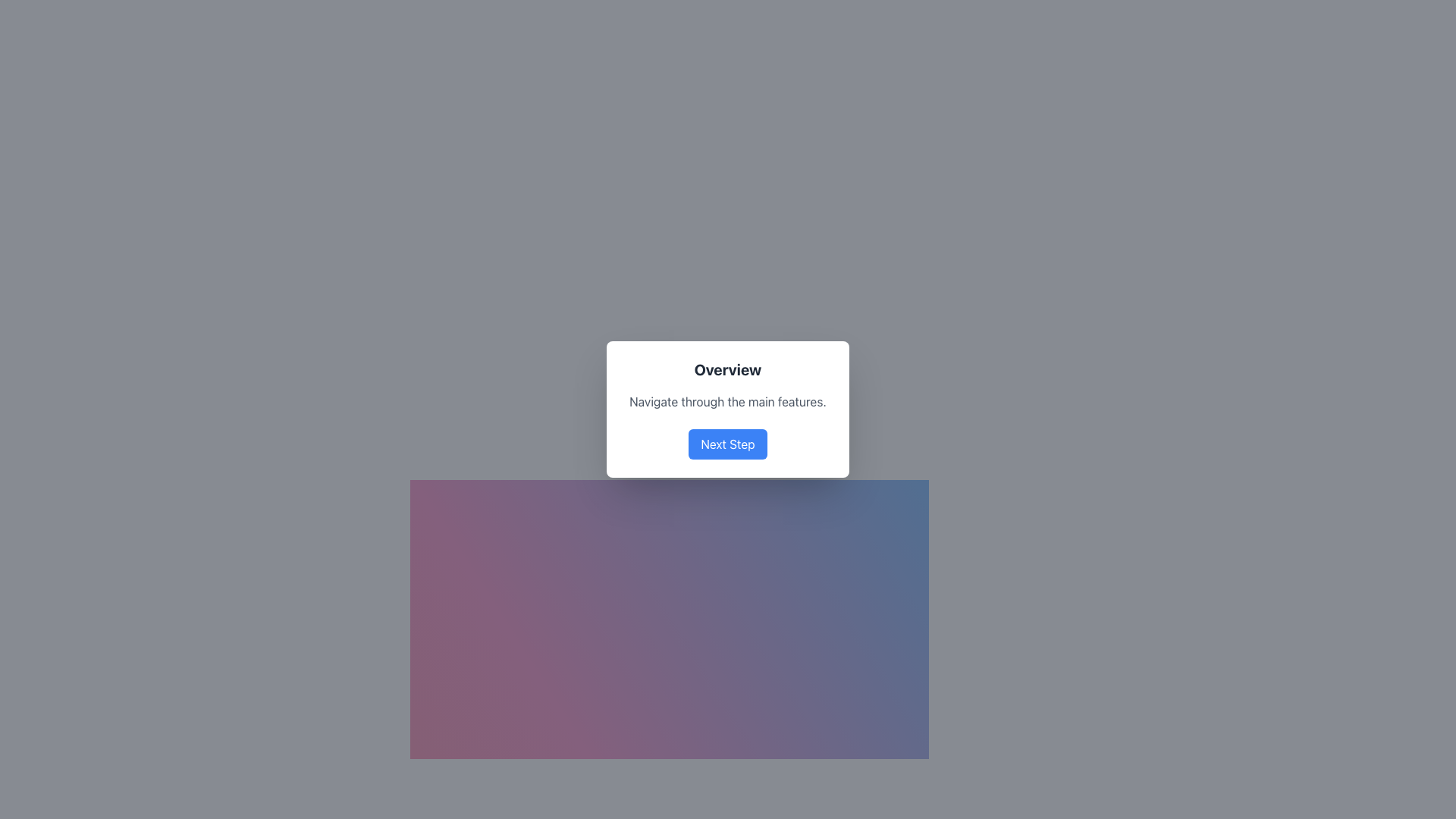  Describe the element at coordinates (728, 400) in the screenshot. I see `the Text Block element that contains the content 'Navigate through the main features.' which is styled in a smaller gray font and is located below the header 'Overview'` at that location.